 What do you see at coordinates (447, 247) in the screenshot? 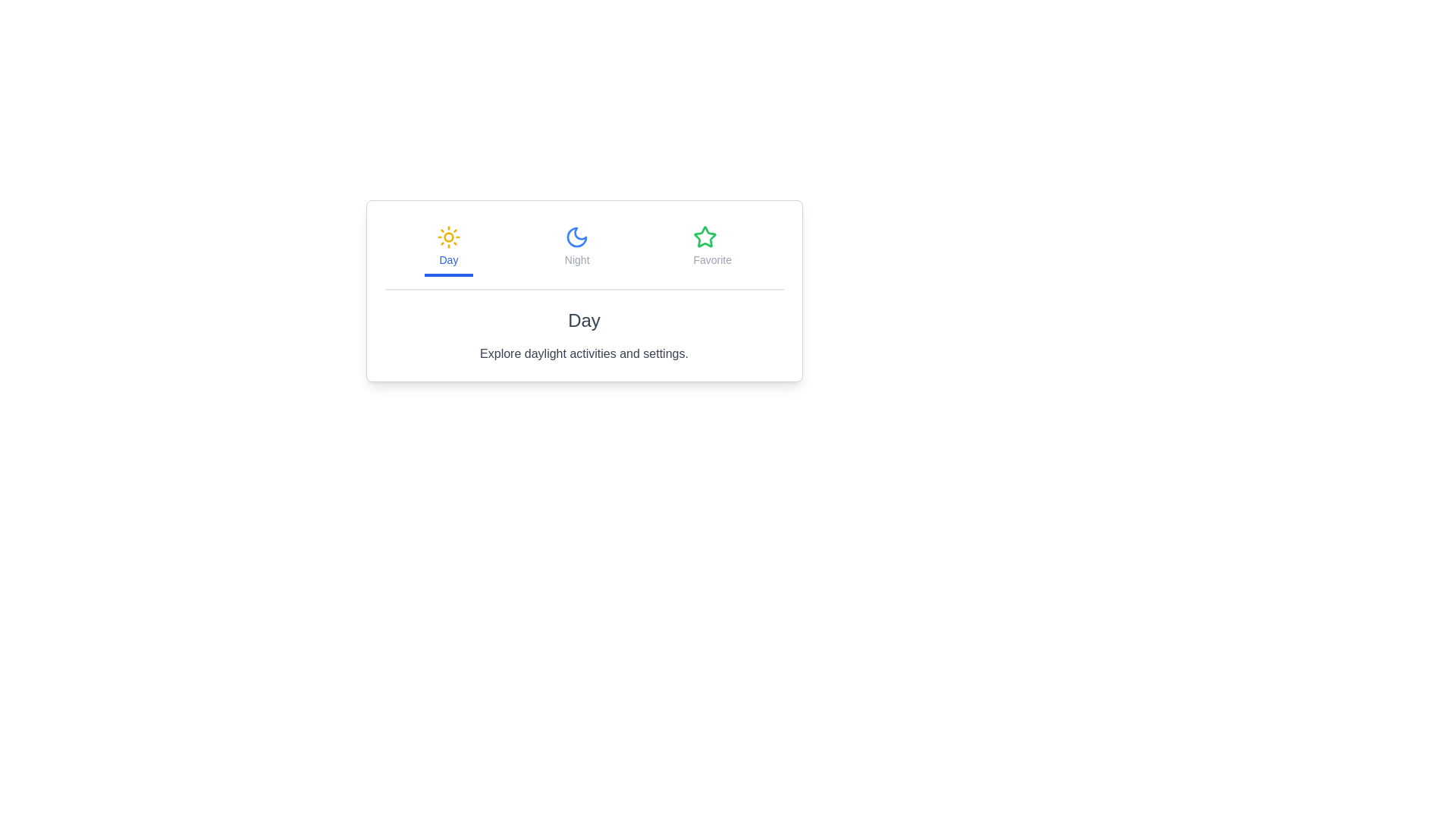
I see `the active tab and its styling properties` at bounding box center [447, 247].